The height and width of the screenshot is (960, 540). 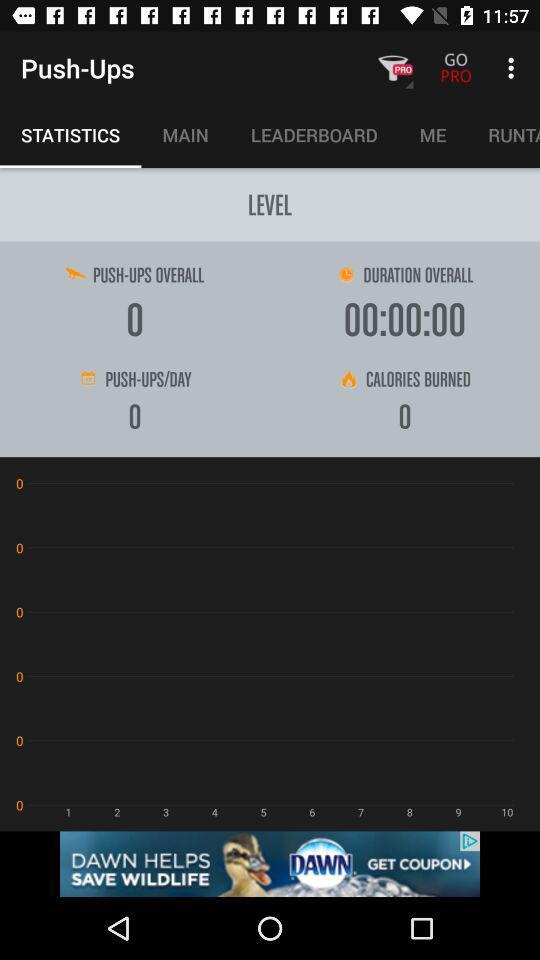 What do you see at coordinates (393, 68) in the screenshot?
I see `pro button which is beside go pro at top of the page` at bounding box center [393, 68].